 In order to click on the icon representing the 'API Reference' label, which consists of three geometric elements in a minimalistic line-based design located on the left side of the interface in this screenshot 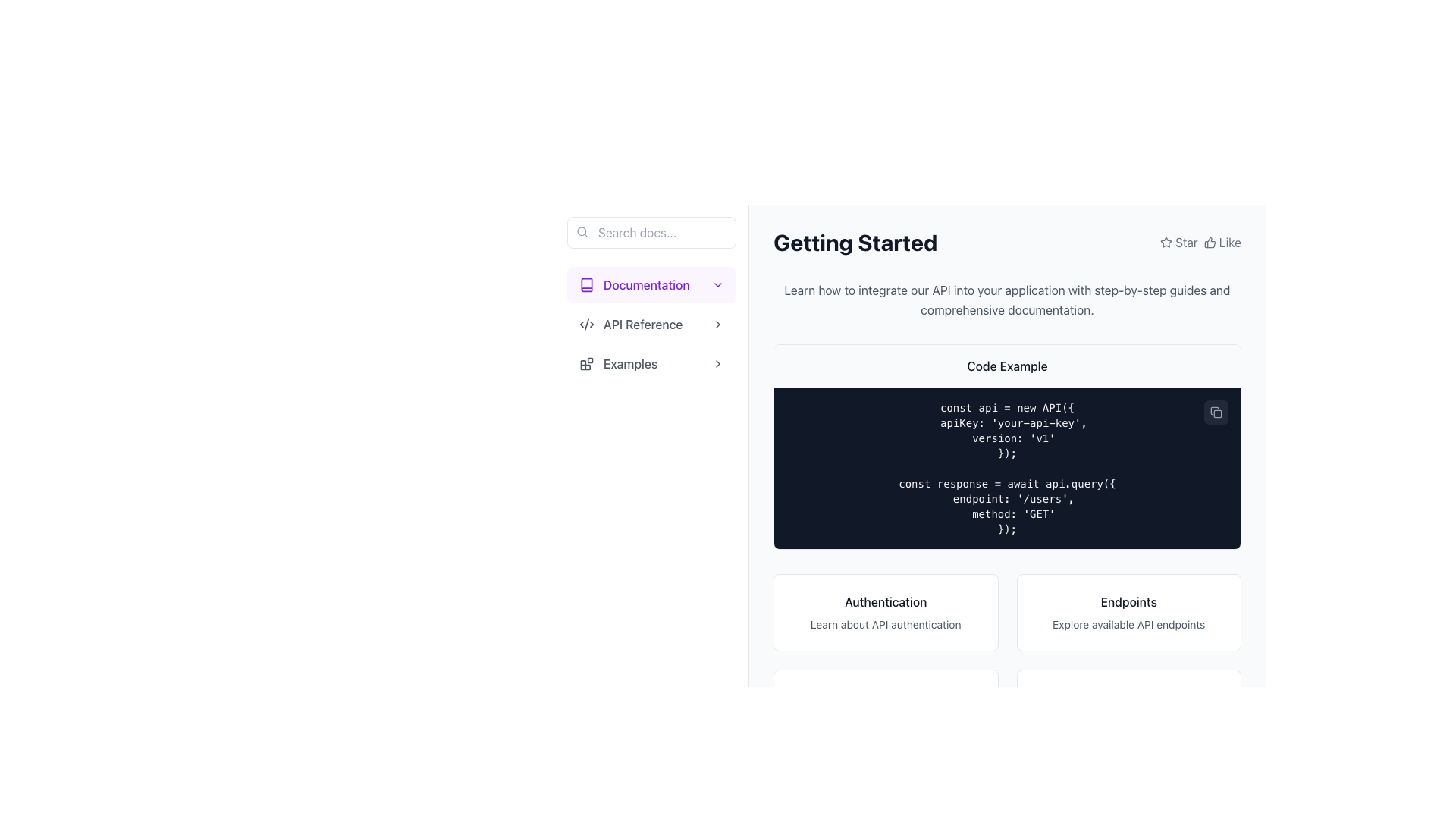, I will do `click(585, 324)`.